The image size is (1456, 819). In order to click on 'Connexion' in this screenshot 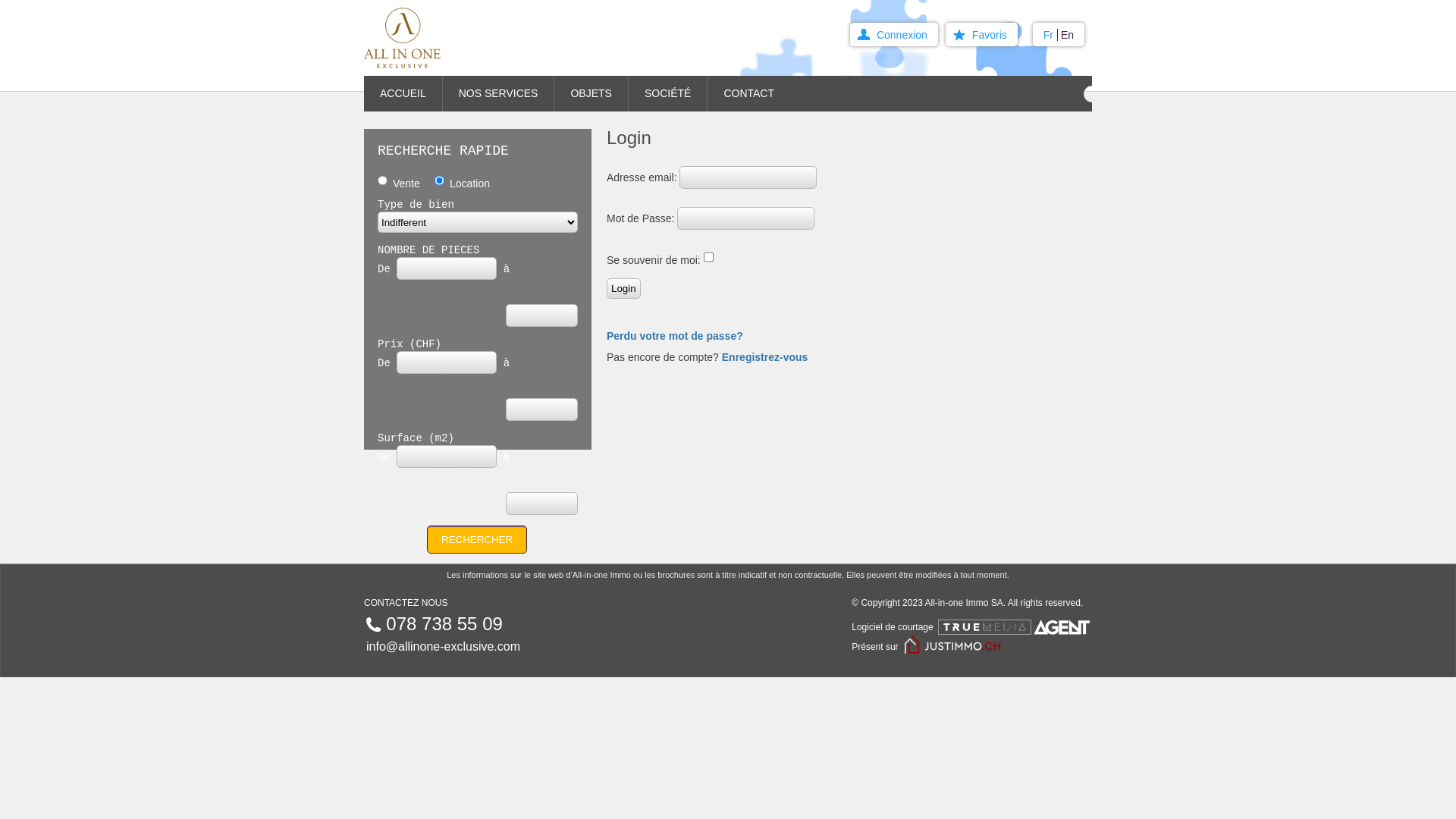, I will do `click(894, 34)`.